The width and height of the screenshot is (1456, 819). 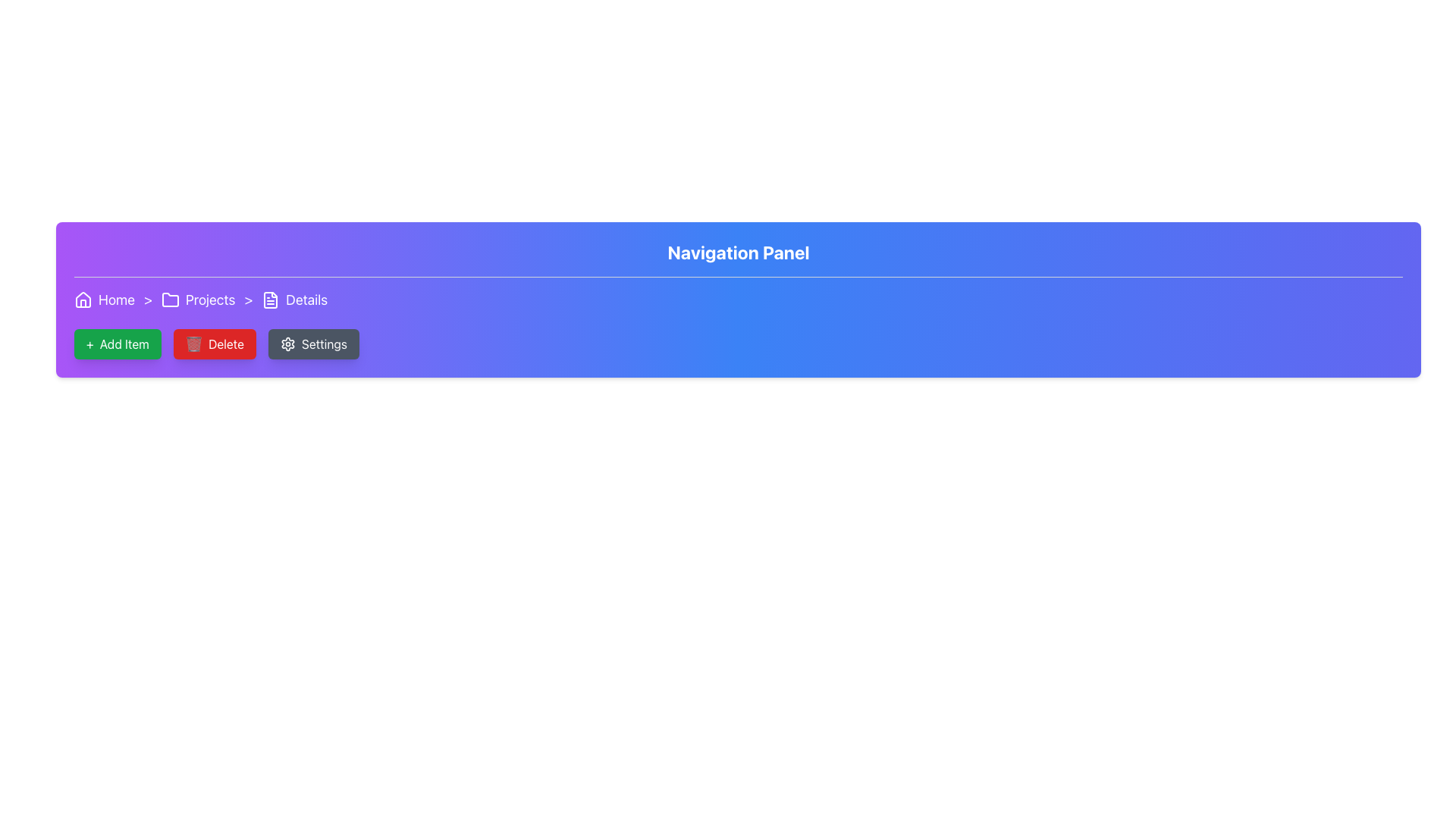 I want to click on the 'Details' section icon in the breadcrumb navigation, which is positioned centrally between the 'Projects' and 'Details' elements, so click(x=271, y=300).